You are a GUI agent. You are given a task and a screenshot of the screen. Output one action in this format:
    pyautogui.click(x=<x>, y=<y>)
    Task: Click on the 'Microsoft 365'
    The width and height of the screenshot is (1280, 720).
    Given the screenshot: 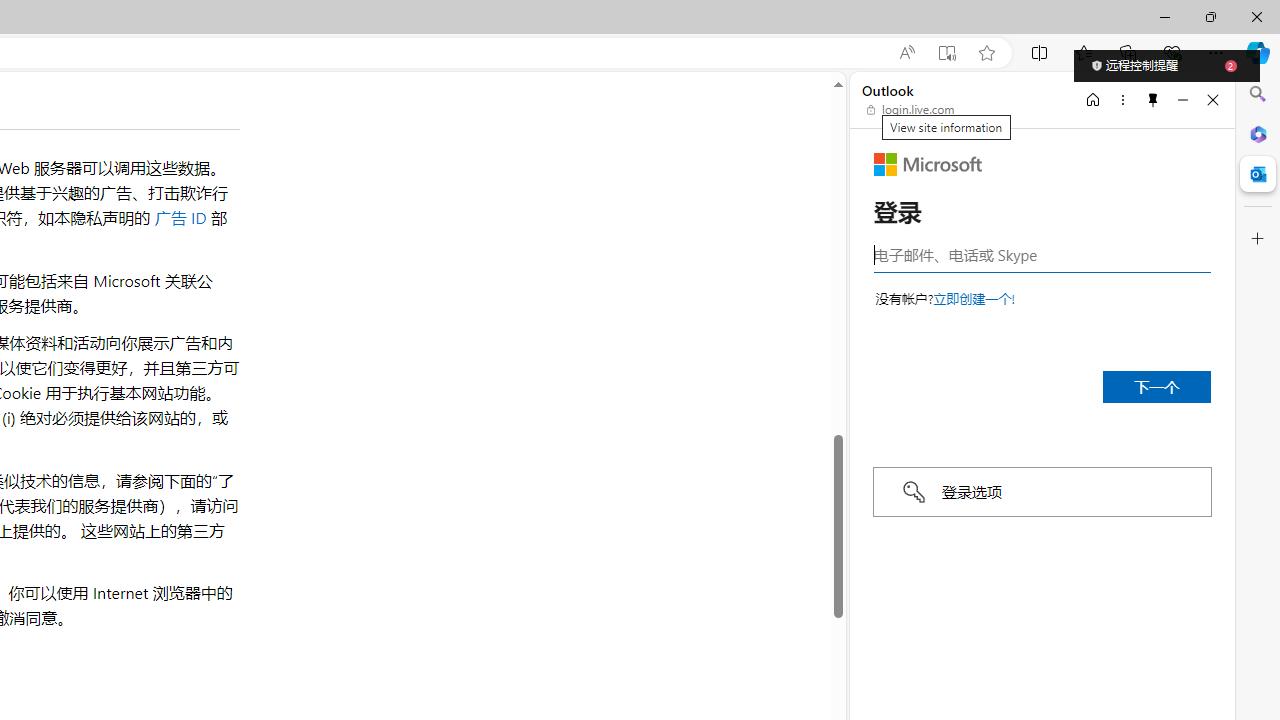 What is the action you would take?
    pyautogui.click(x=1257, y=133)
    